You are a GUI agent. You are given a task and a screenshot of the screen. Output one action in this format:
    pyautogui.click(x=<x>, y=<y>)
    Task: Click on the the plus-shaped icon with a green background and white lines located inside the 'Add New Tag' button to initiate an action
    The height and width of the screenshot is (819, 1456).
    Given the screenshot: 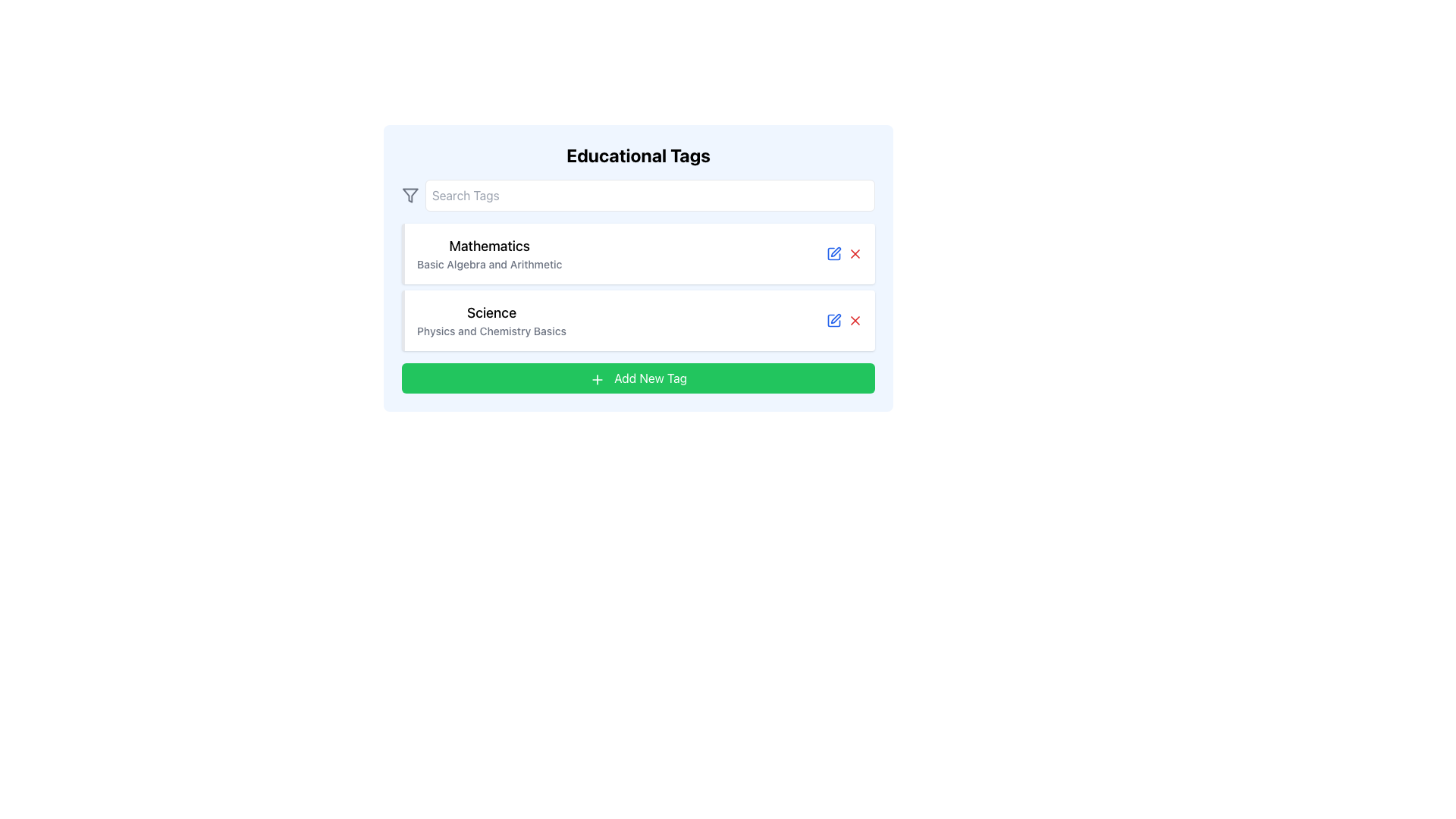 What is the action you would take?
    pyautogui.click(x=596, y=378)
    